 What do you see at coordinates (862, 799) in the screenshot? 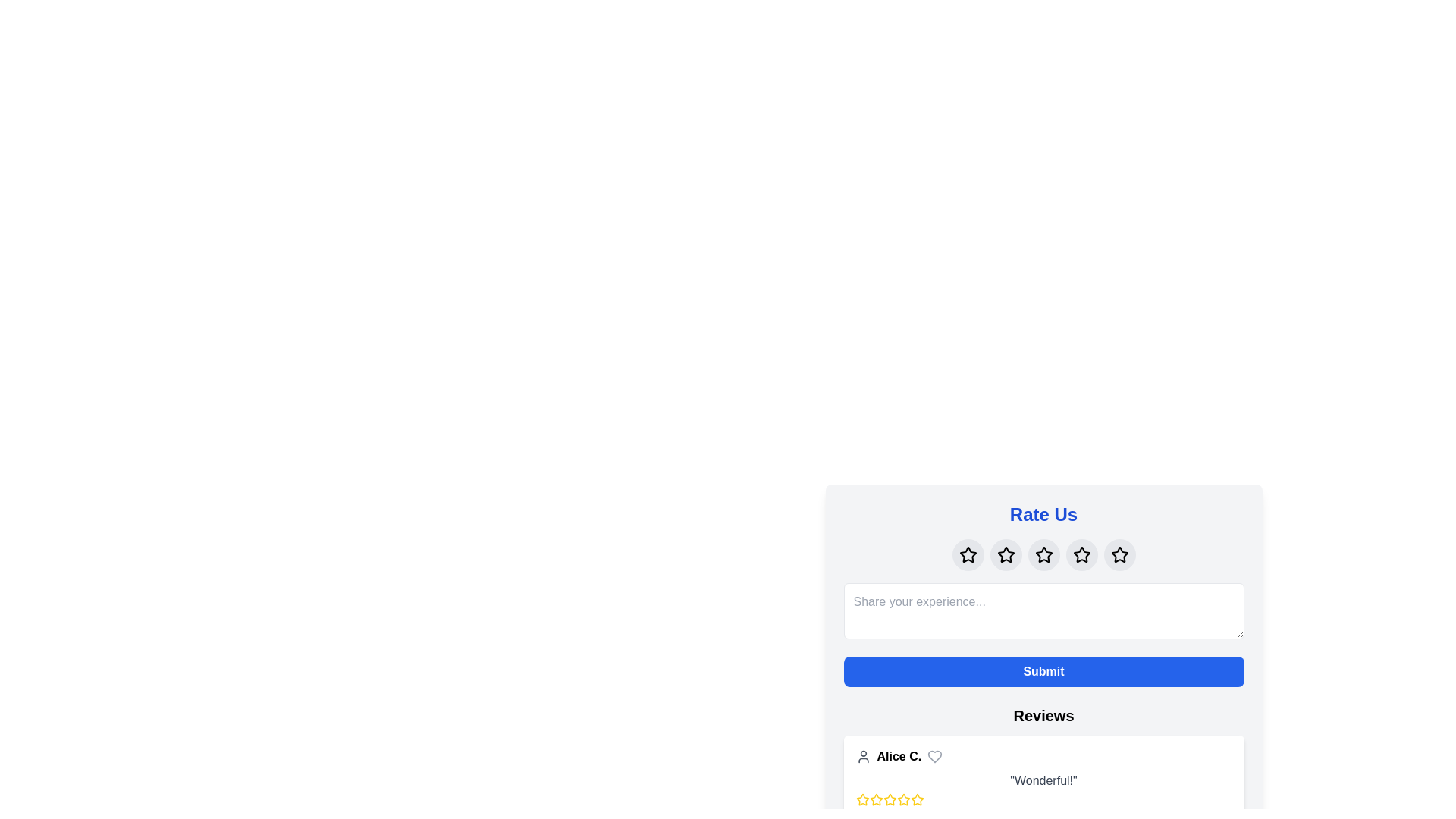
I see `the first star in the rating system located under the user's review section, aligned to the left of the text line starting with 'Alice C.'` at bounding box center [862, 799].